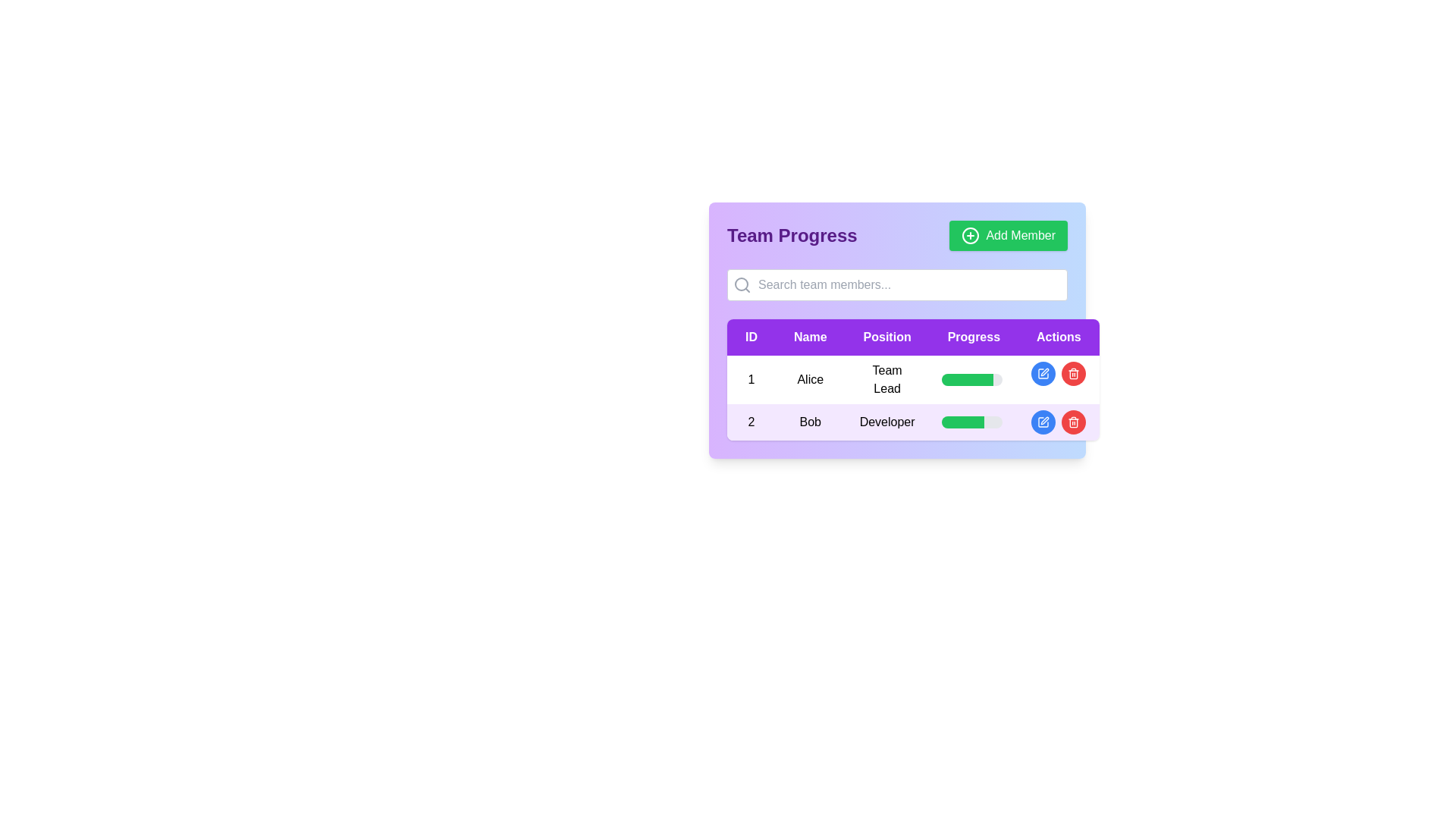  I want to click on the 'Add Member' icon located within the 'Add Member' button in the upper-right area of the 'Team Progress' card UI, so click(971, 236).